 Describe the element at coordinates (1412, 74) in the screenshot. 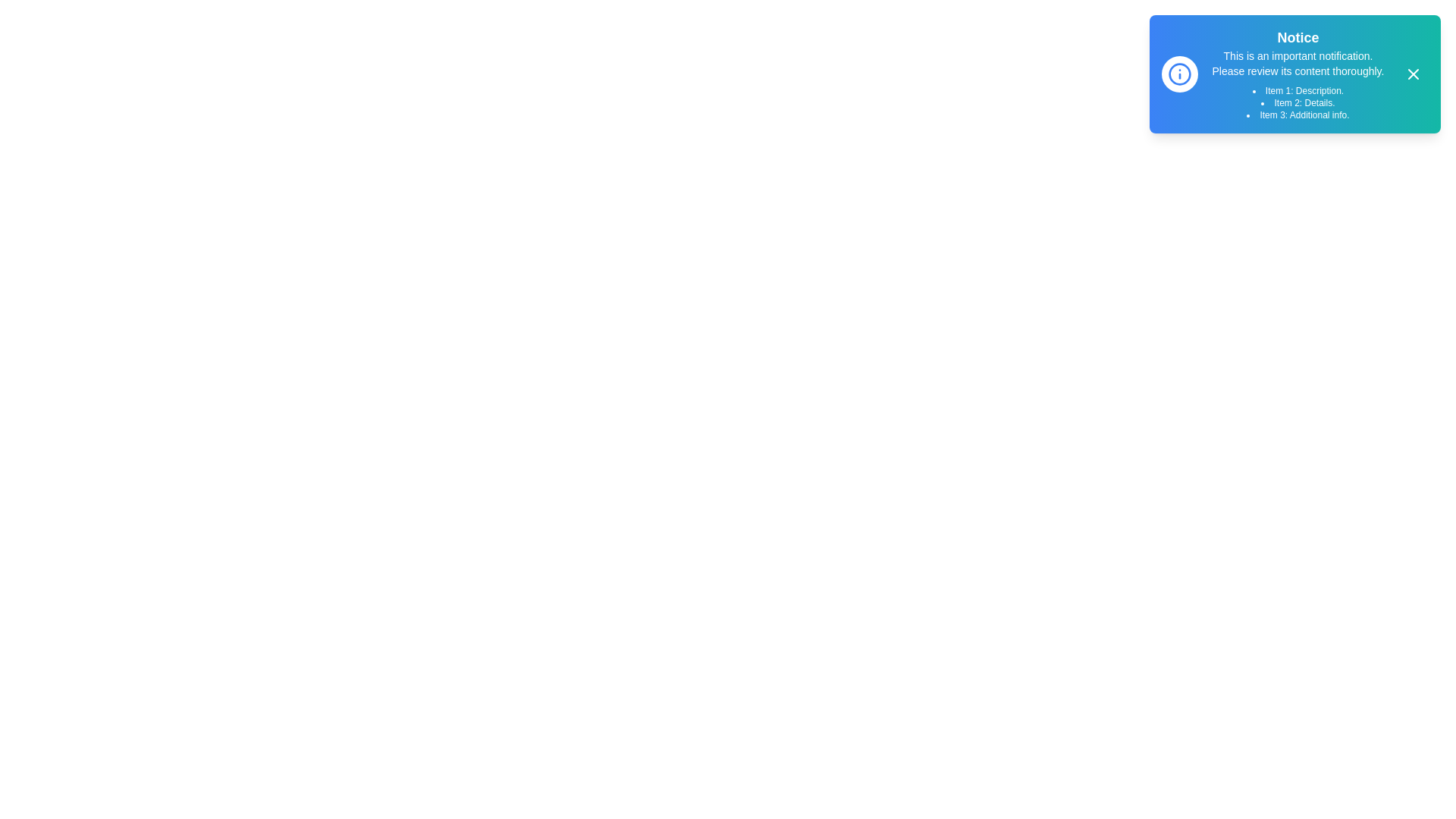

I see `the close button of the notification to dismiss it` at that location.